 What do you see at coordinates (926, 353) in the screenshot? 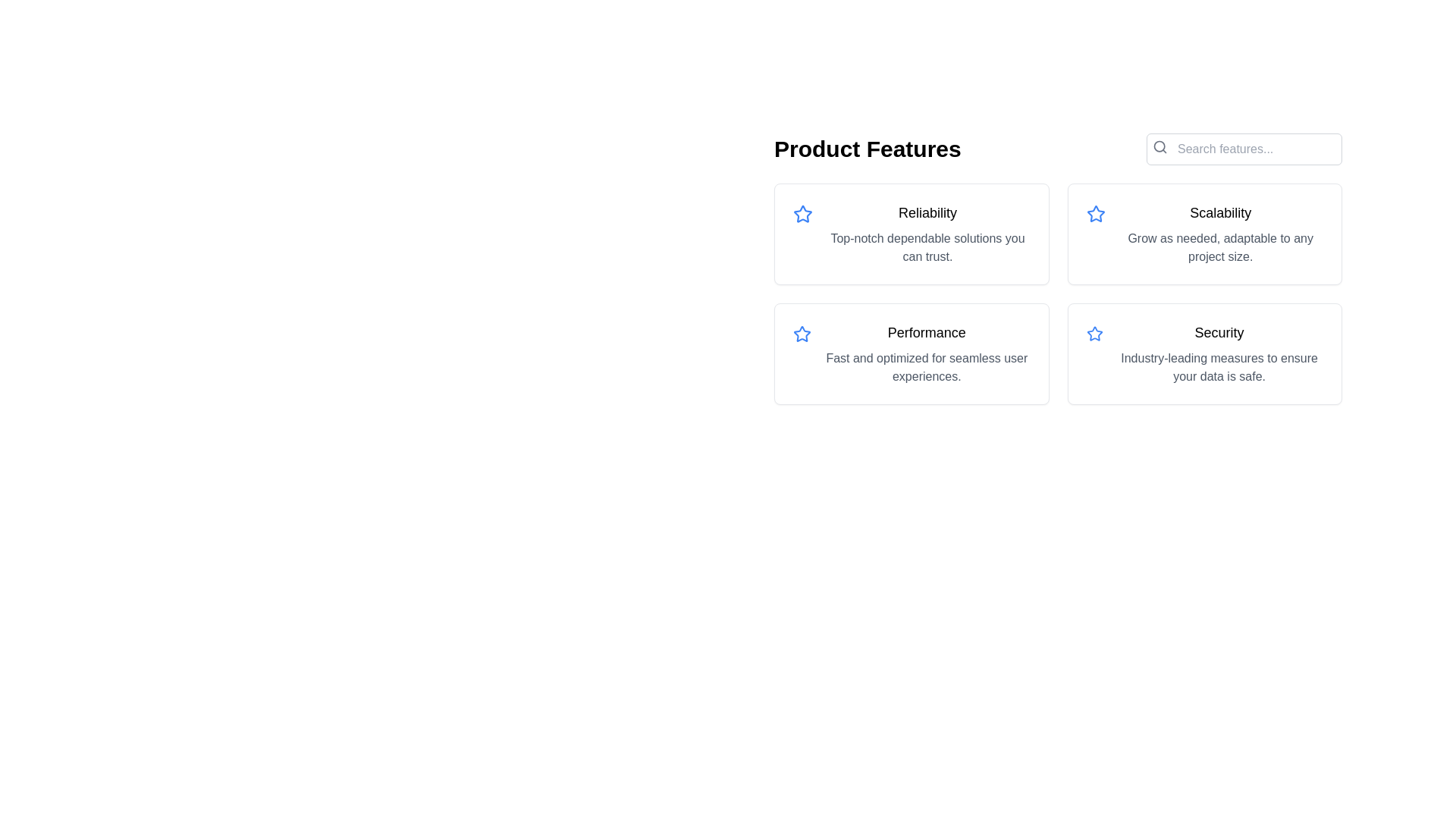
I see `the Informational Text Block with the bold headline 'Performance'` at bounding box center [926, 353].